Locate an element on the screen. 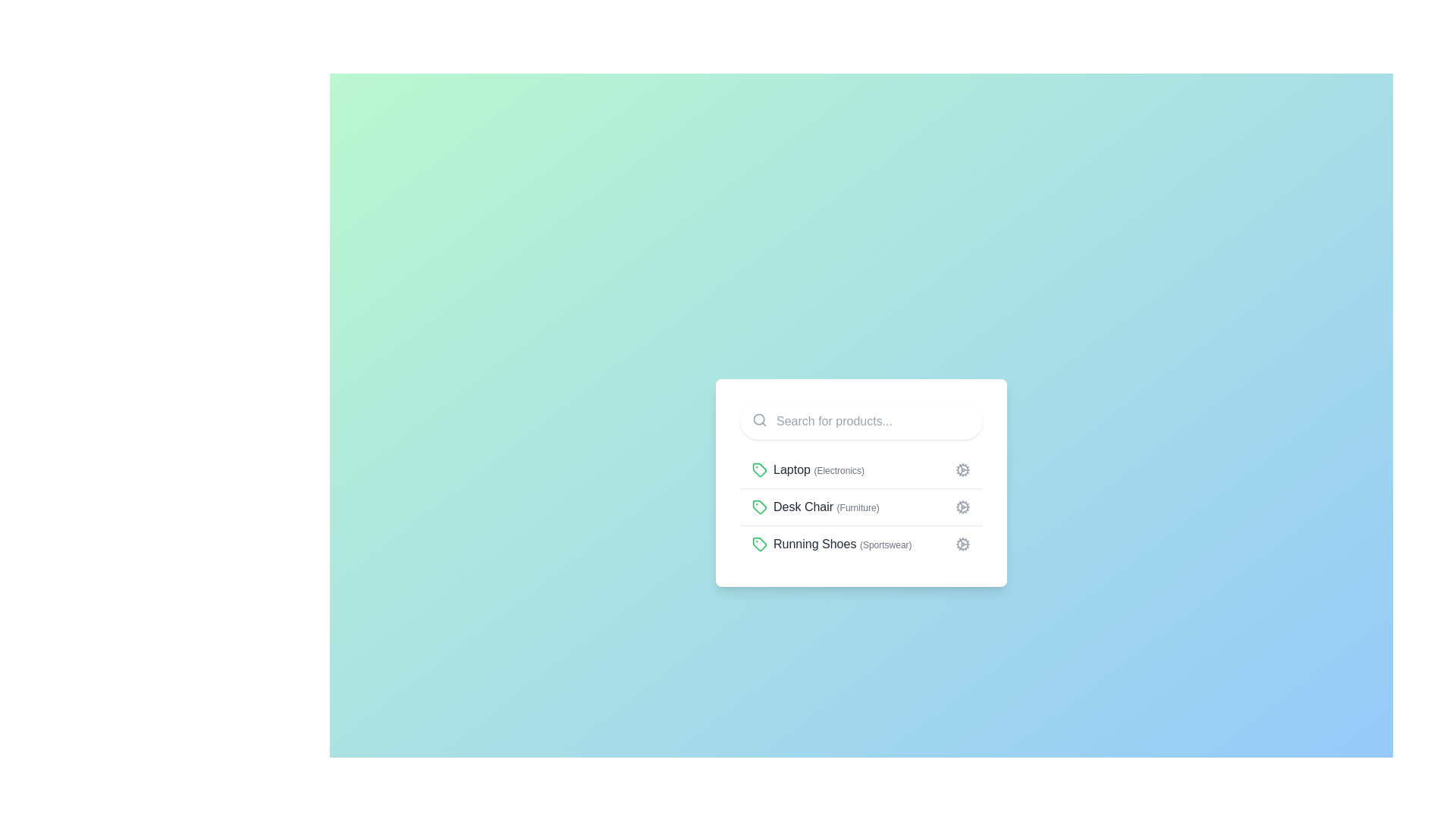 This screenshot has height=819, width=1456. the outermost circular part of the cog-shaped icon located to the right of the 'Desk Chair (Furniture)' list item is located at coordinates (962, 507).